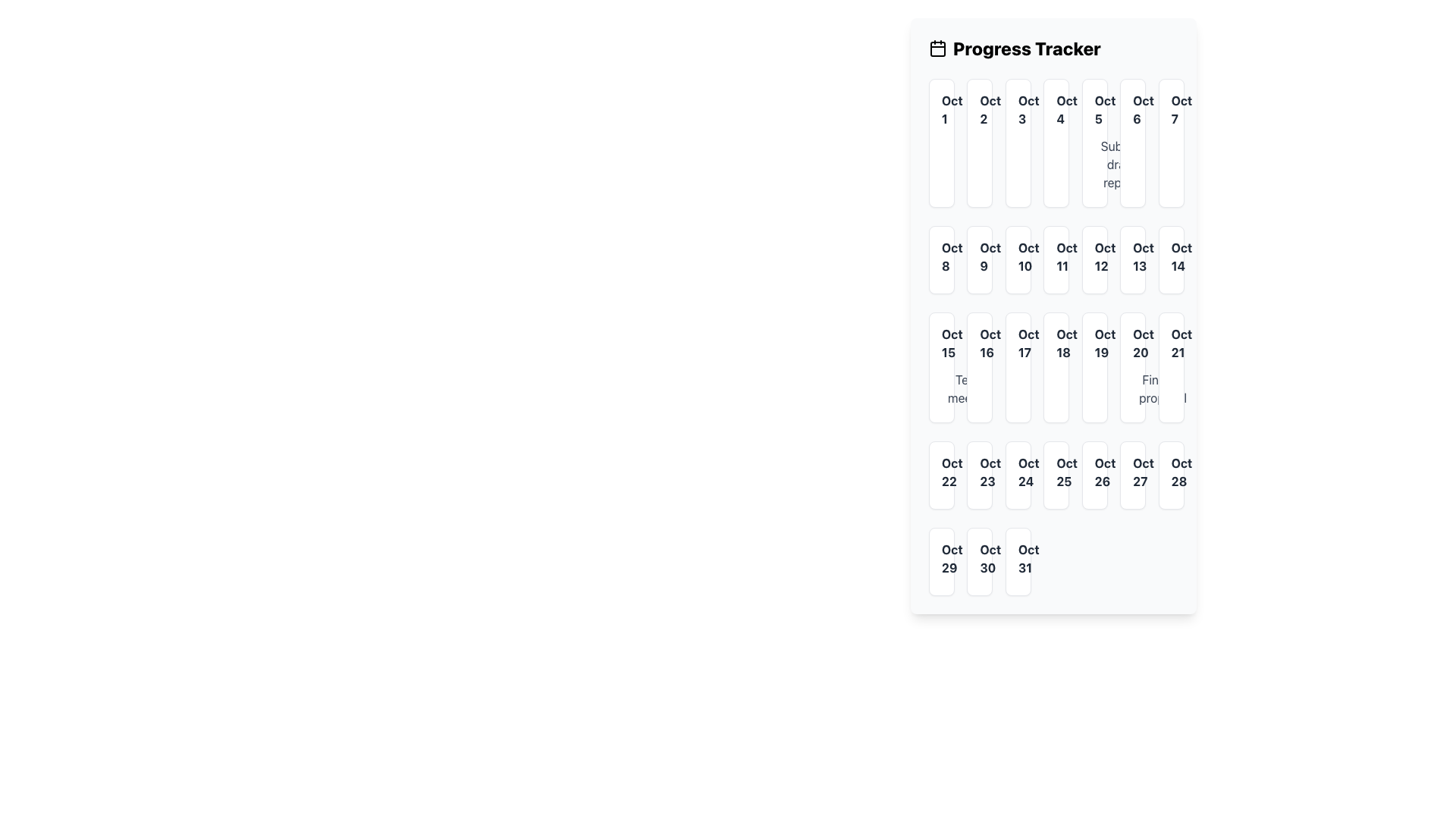 The width and height of the screenshot is (1456, 819). Describe the element at coordinates (941, 475) in the screenshot. I see `the calendar day element representing the date 'October 22'` at that location.